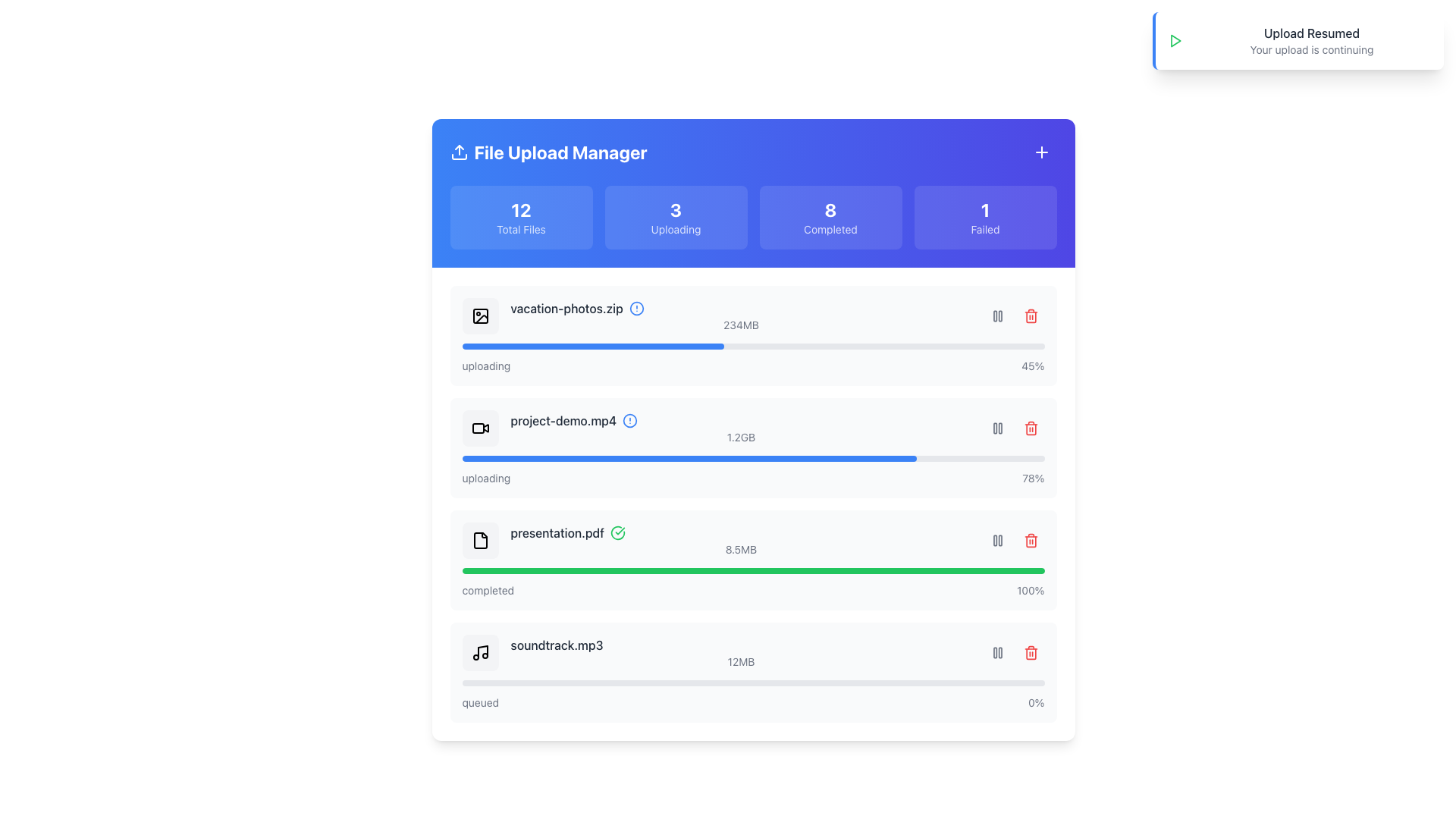 The image size is (1456, 819). What do you see at coordinates (479, 651) in the screenshot?
I see `the musical note icon representing the file 'soundtrack.mp3' located at the bottom of the vertical list of items` at bounding box center [479, 651].